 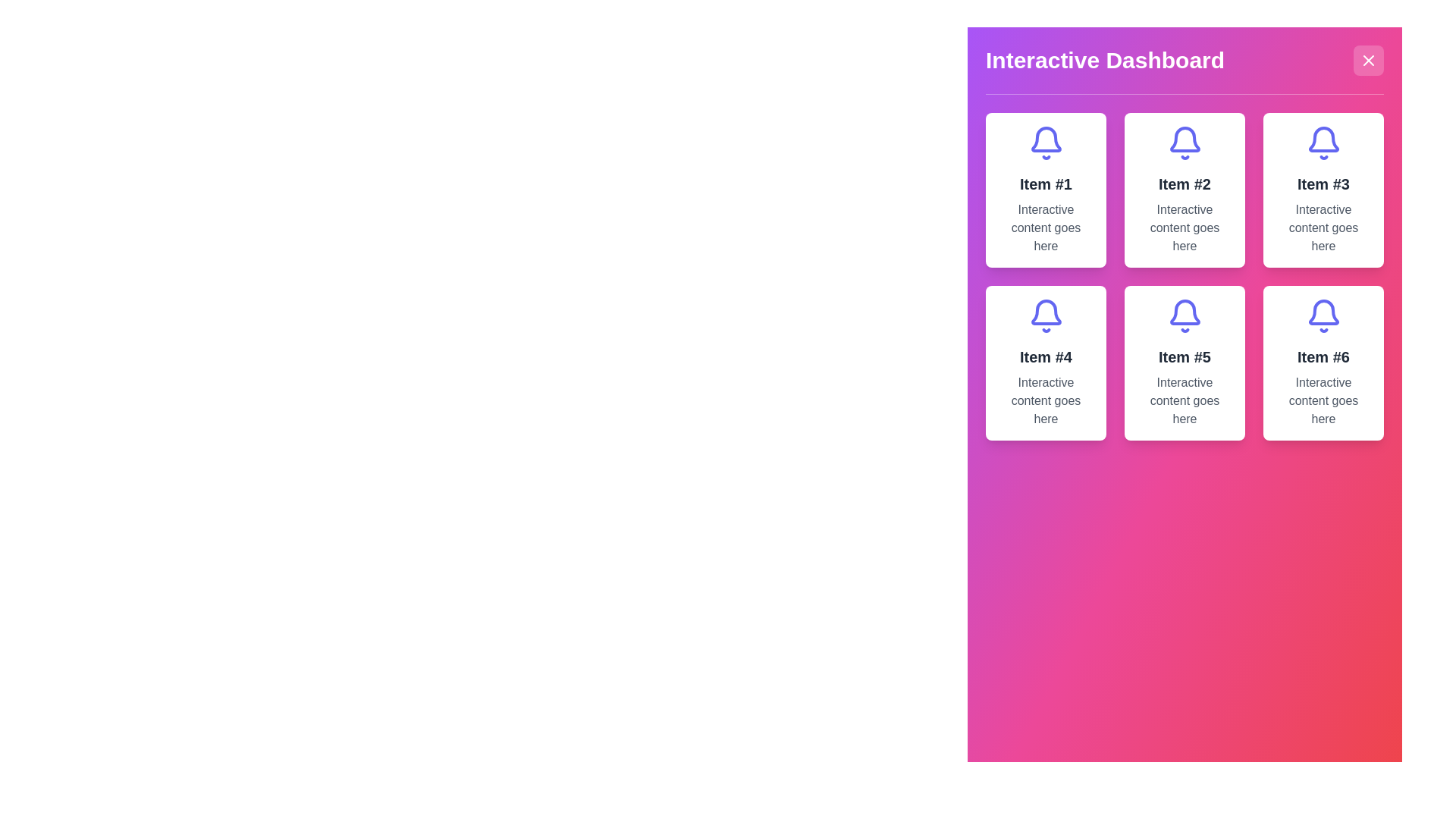 What do you see at coordinates (1323, 143) in the screenshot?
I see `the vibrant indigo bell icon located above the text 'Item #3' in the 'Interactive Dashboard' panel` at bounding box center [1323, 143].